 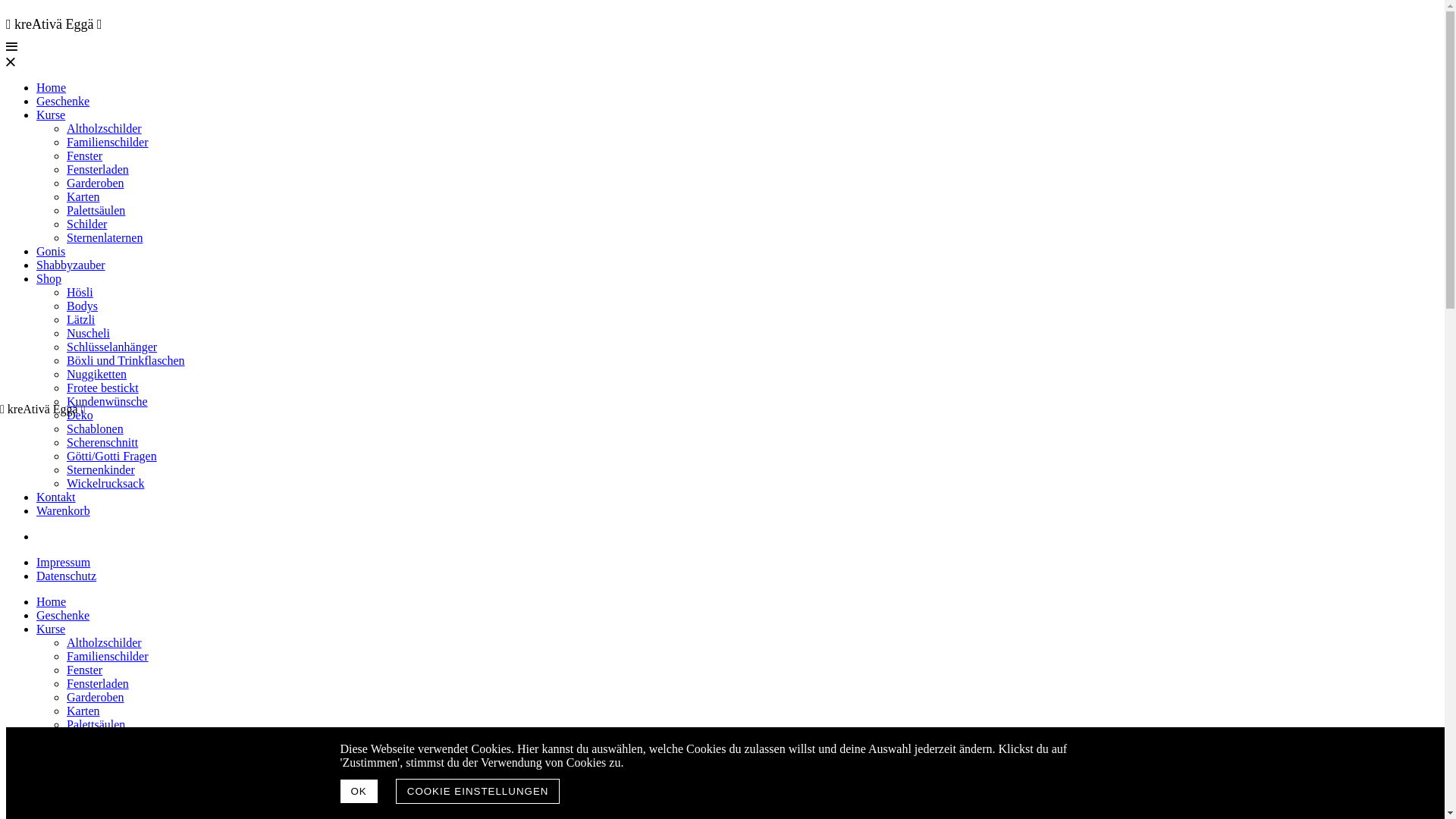 What do you see at coordinates (65, 576) in the screenshot?
I see `'Datenschutz'` at bounding box center [65, 576].